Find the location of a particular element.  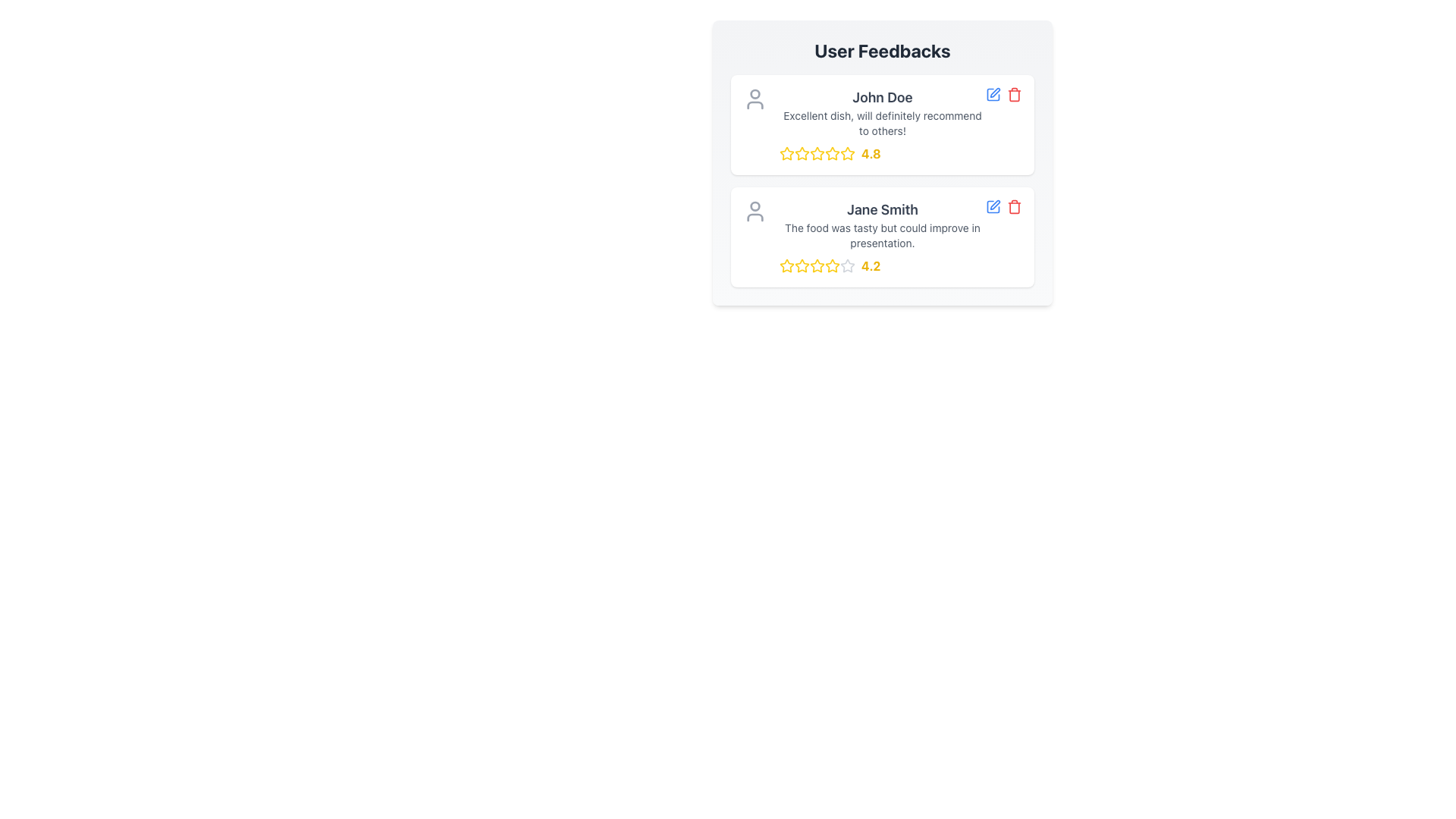

the text label displaying the numeric value '4.8' in bold yellow color, located within the feedback card labeled 'John Doe' is located at coordinates (871, 154).